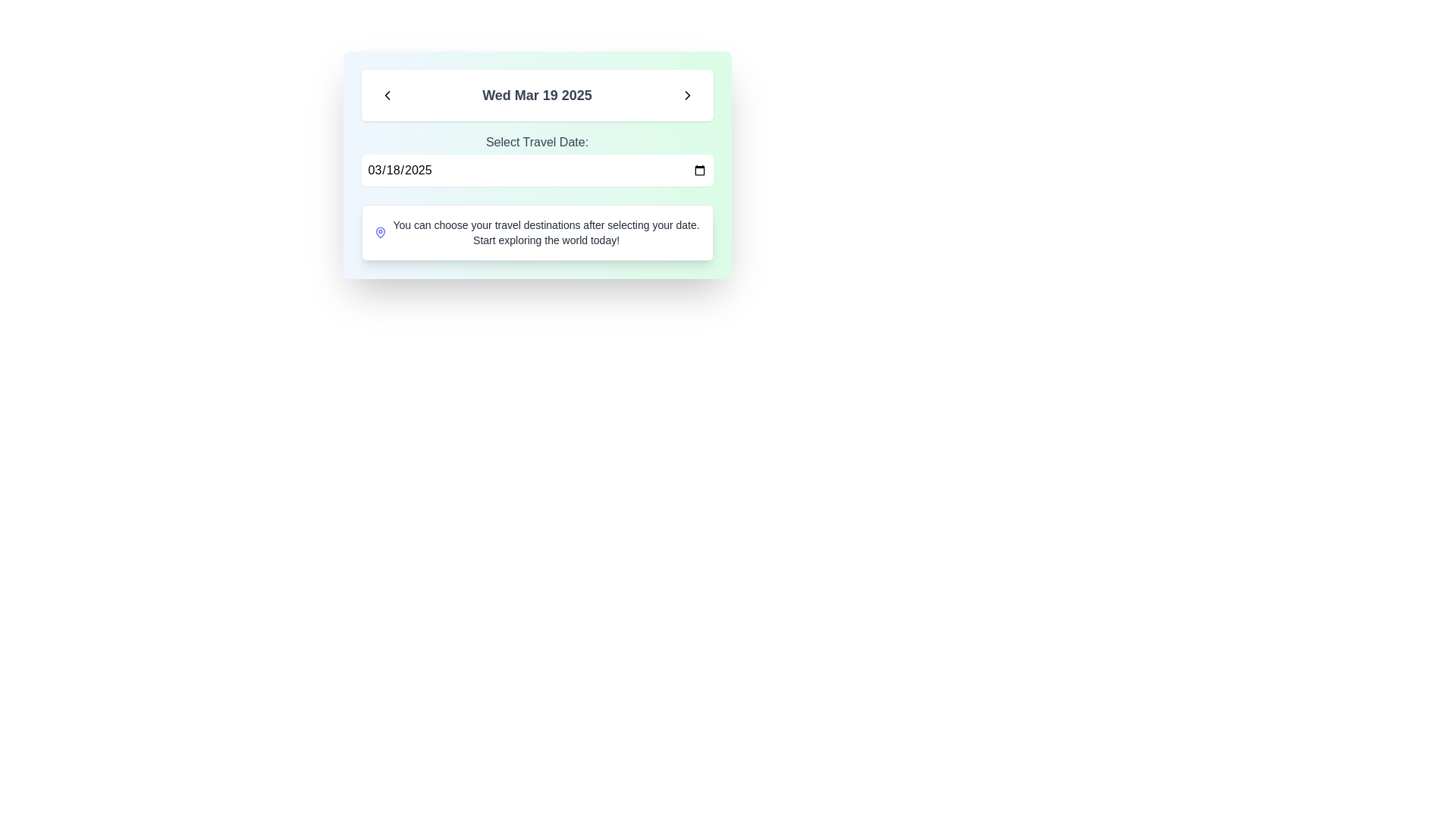 This screenshot has width=1456, height=819. What do you see at coordinates (686, 96) in the screenshot?
I see `the right-facing chevron icon button located in the top-right corner of the date selection interface` at bounding box center [686, 96].